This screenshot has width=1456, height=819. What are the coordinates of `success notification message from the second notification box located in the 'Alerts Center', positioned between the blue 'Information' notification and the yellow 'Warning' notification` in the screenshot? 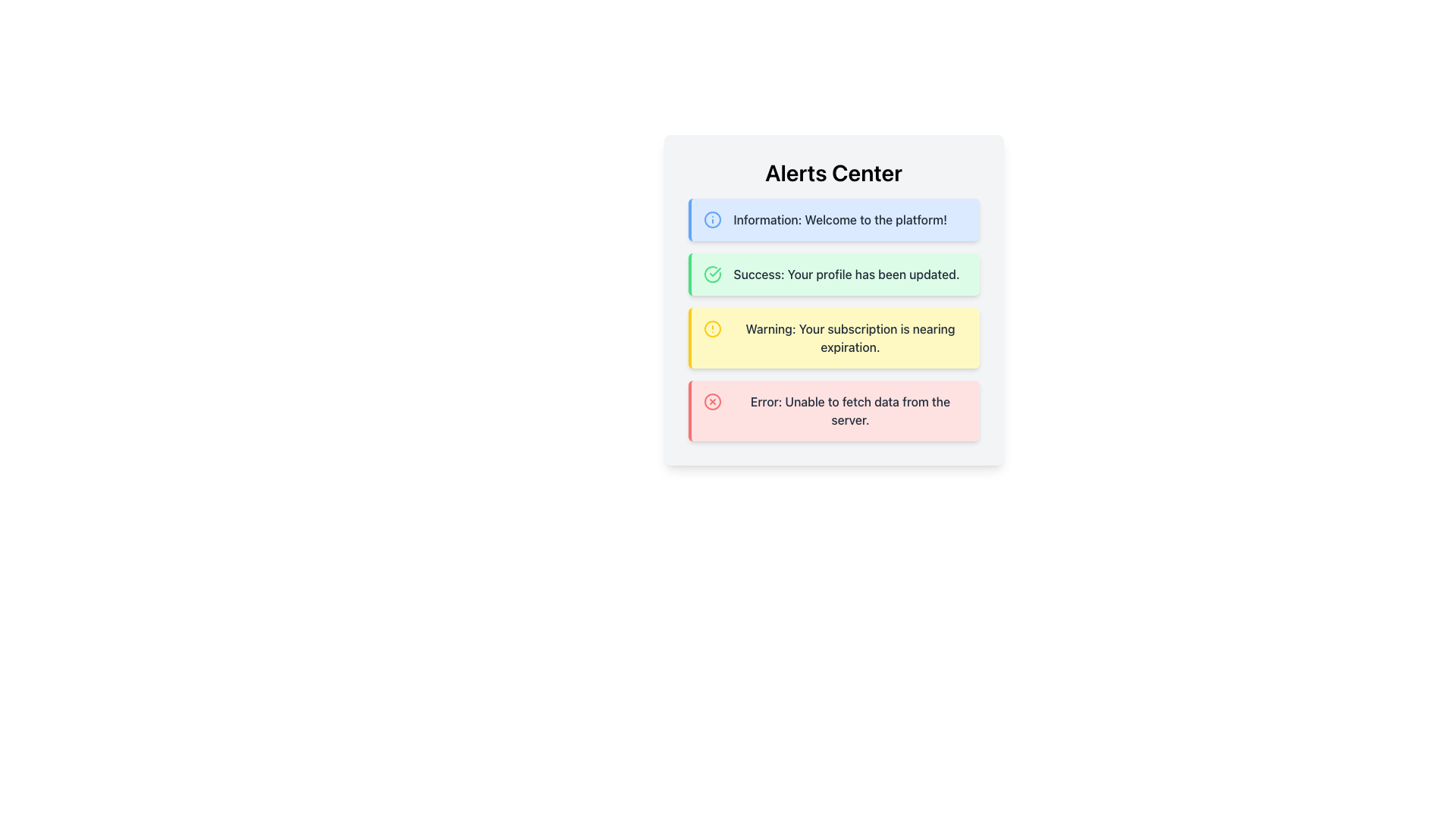 It's located at (833, 275).